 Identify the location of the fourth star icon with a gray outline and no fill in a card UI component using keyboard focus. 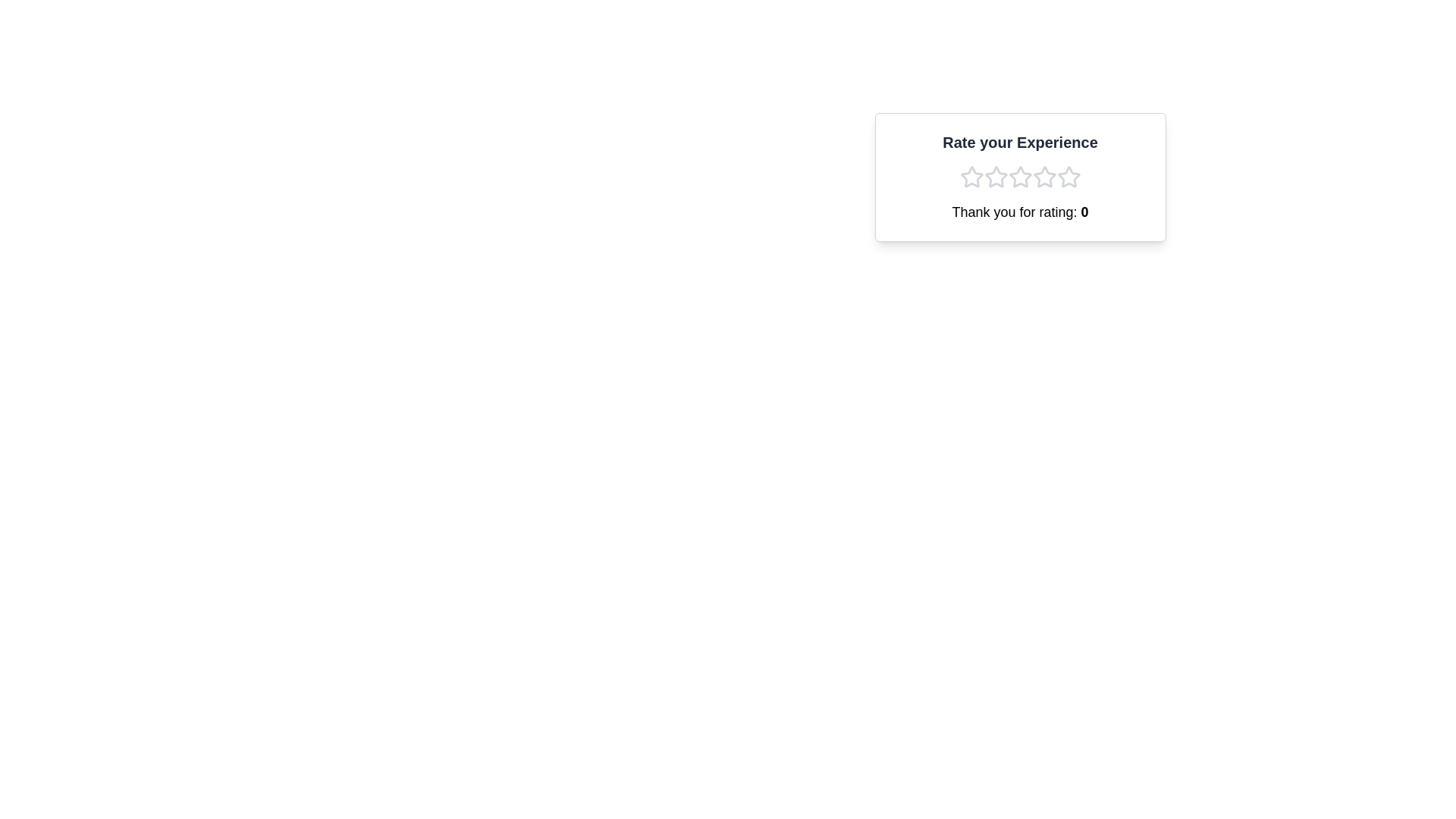
(1043, 177).